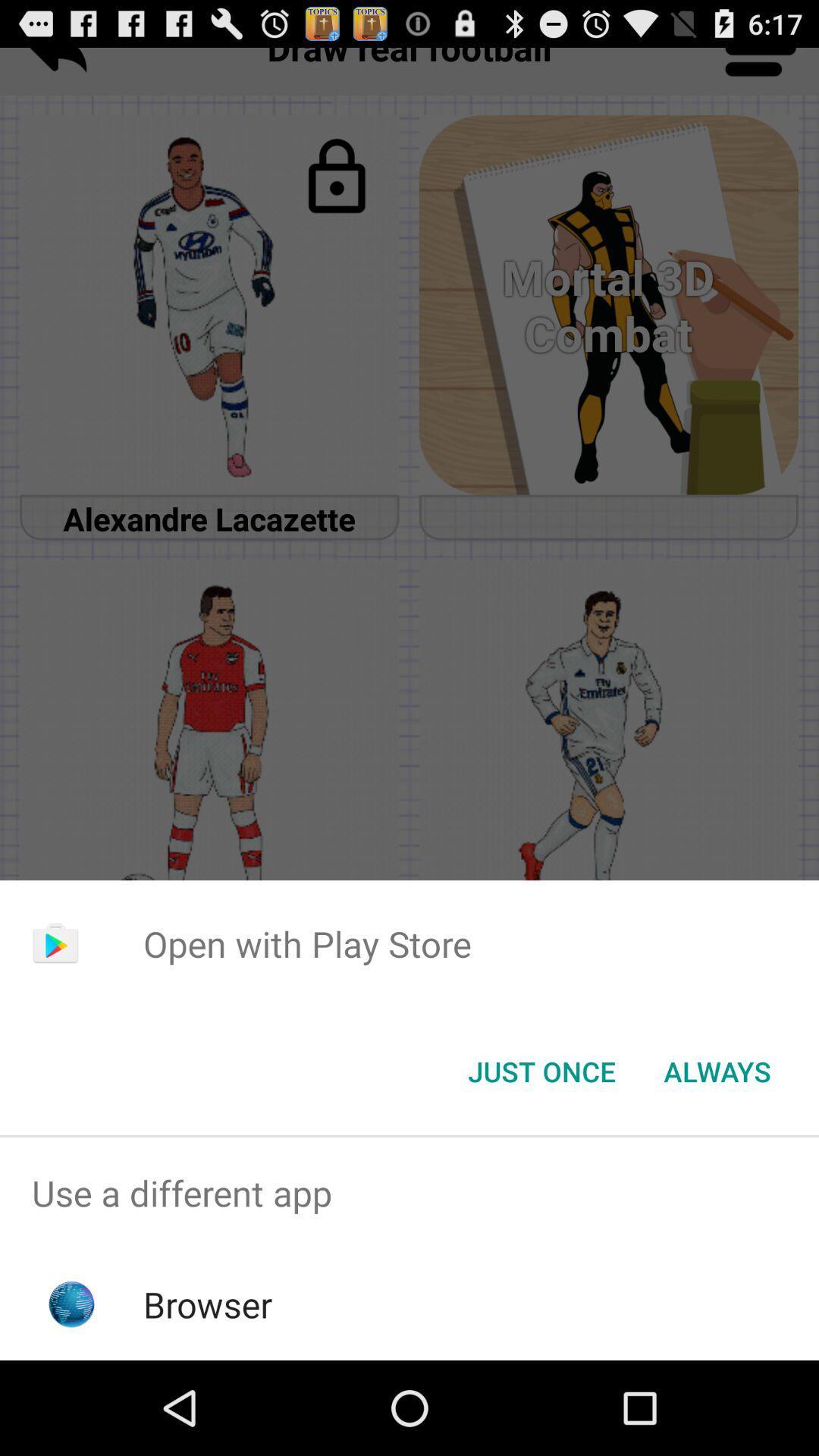  I want to click on icon to the left of always, so click(541, 1070).